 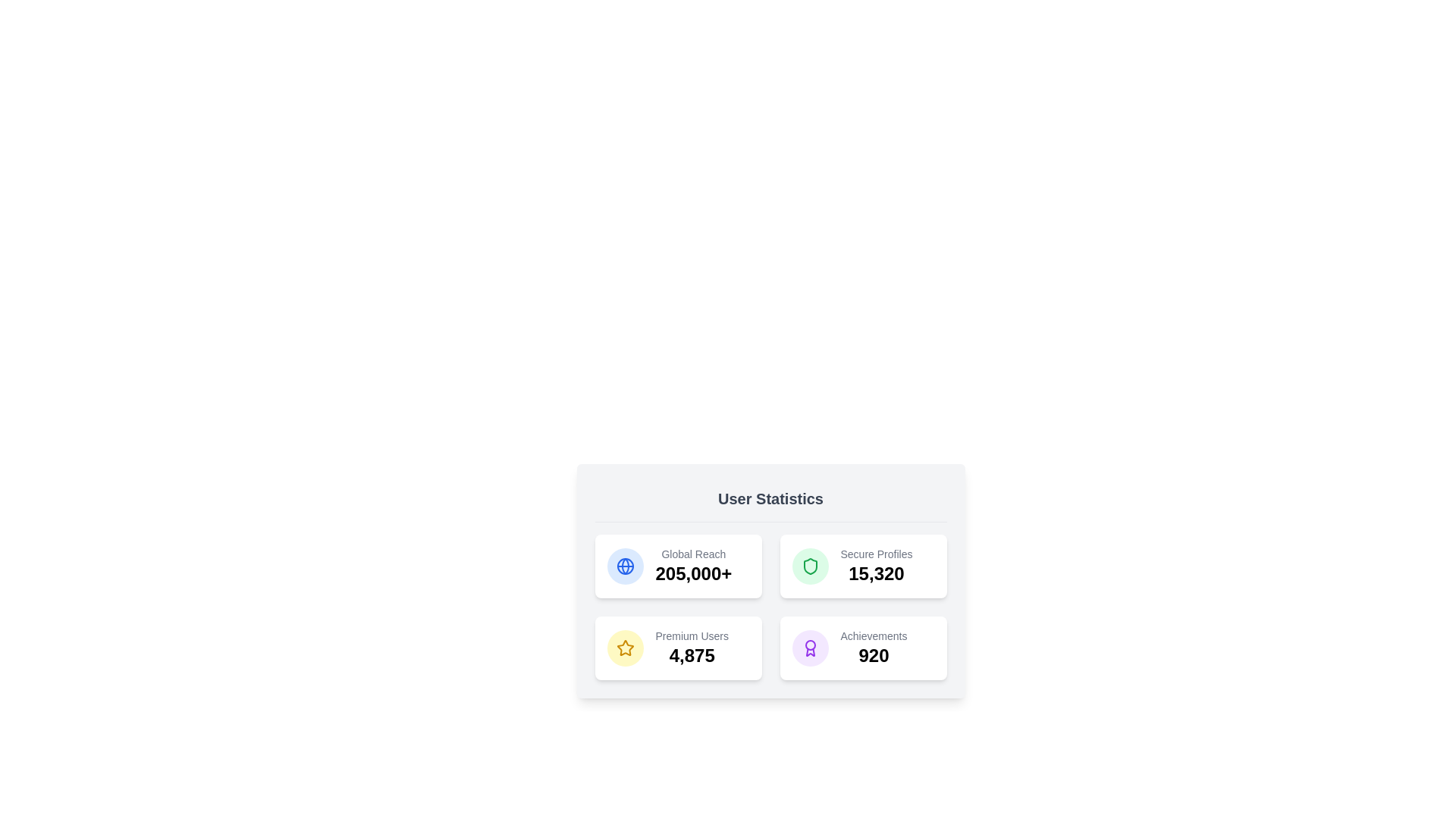 What do you see at coordinates (692, 573) in the screenshot?
I see `the prominent label or statistic display that indicates the 'Global Reach' count, located in the upper-left corner of the 'User Statistics' panel, directly below the label 'Global Reach'` at bounding box center [692, 573].